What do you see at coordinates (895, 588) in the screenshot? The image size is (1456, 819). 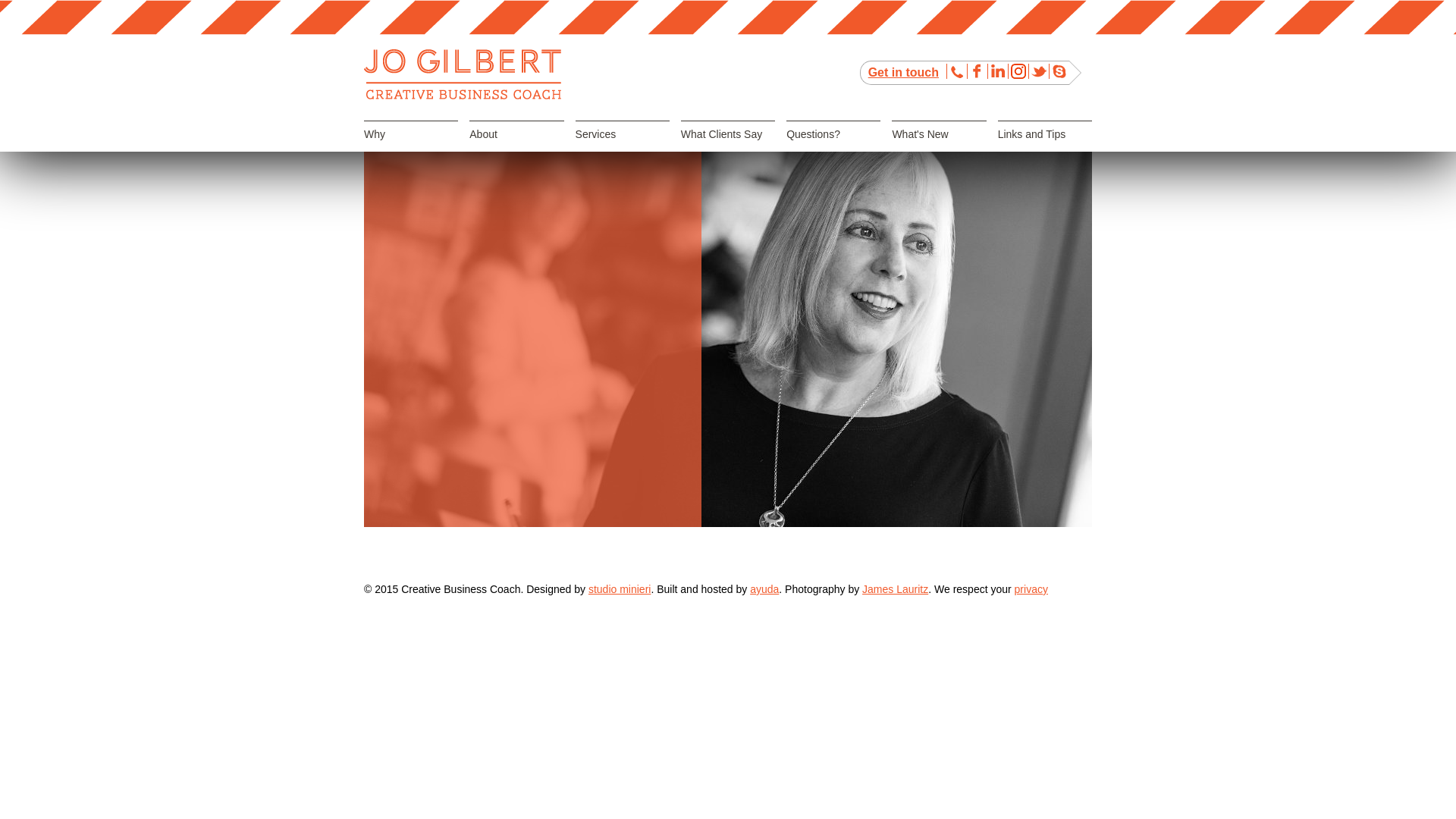 I see `'James Lauritz'` at bounding box center [895, 588].